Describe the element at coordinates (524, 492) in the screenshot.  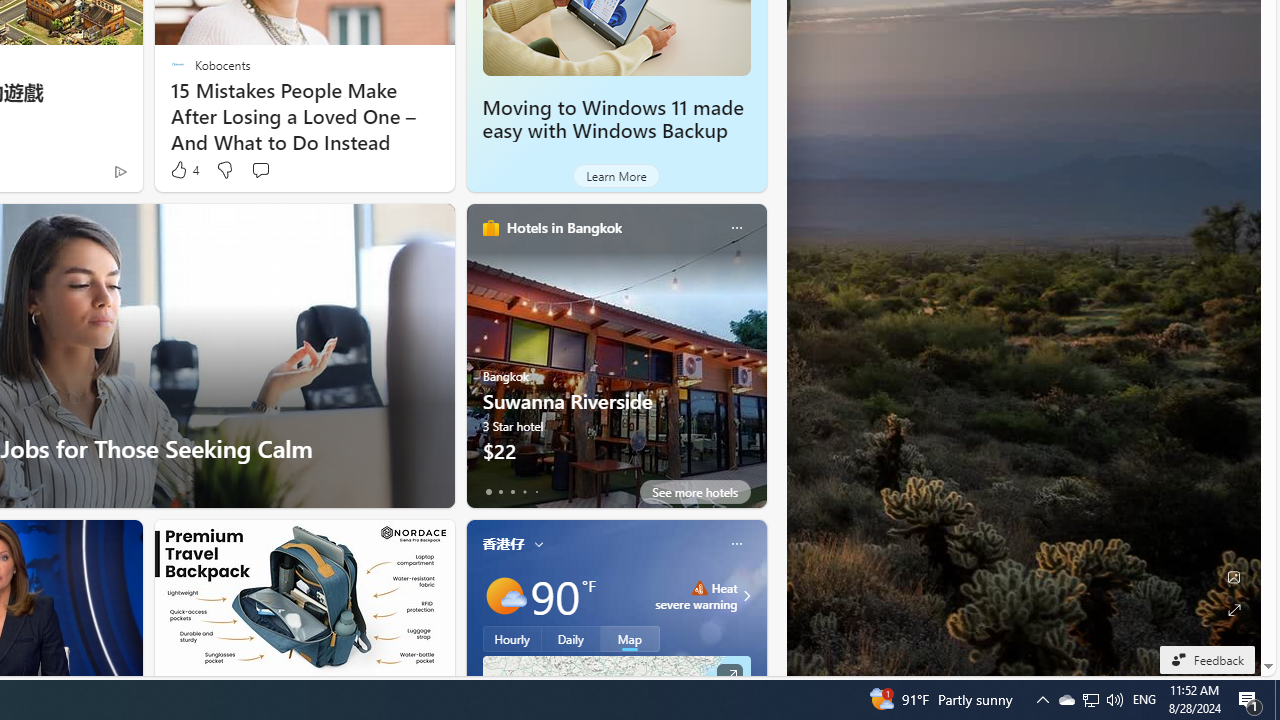
I see `'tab-3'` at that location.